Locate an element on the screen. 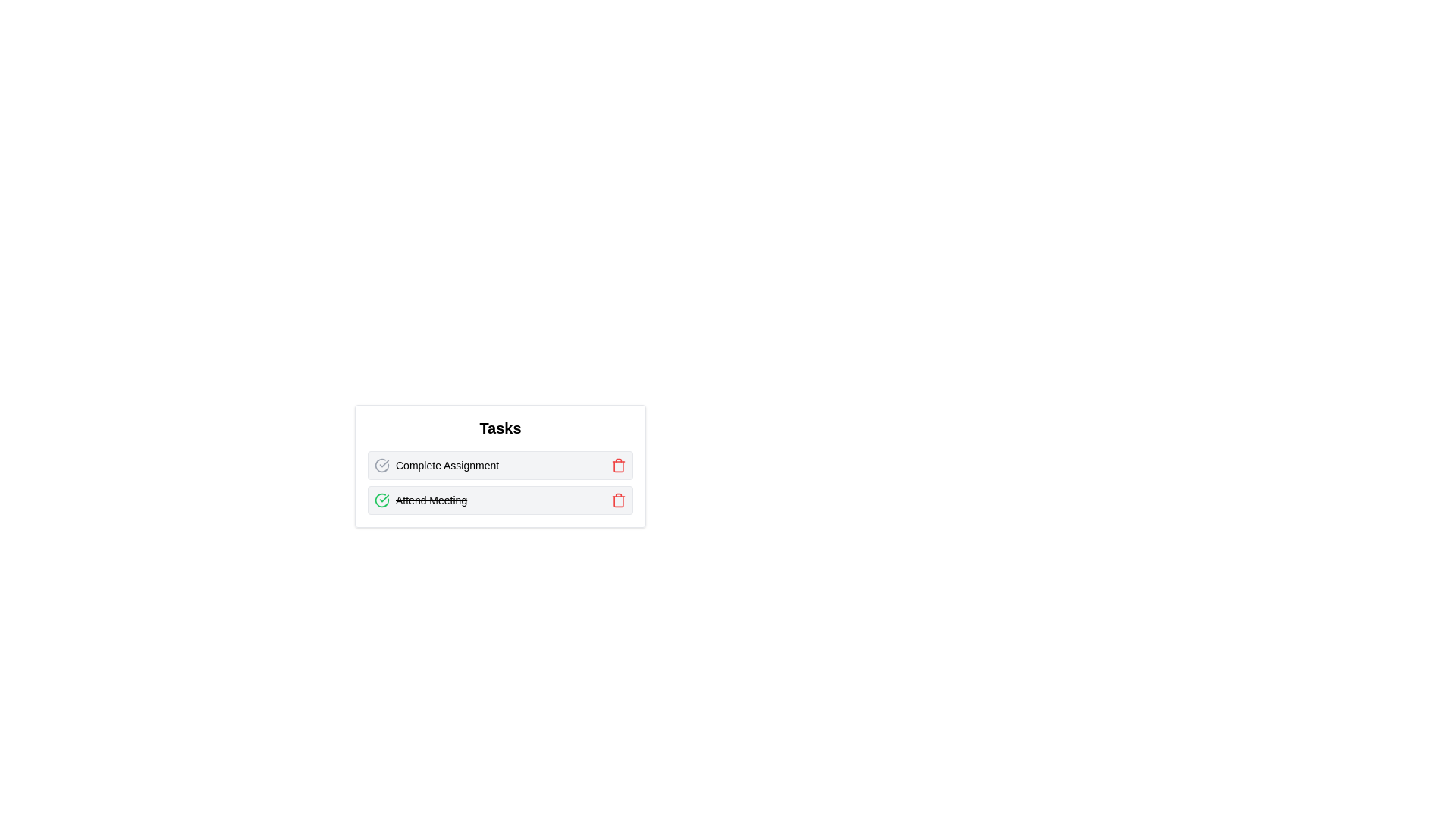  the status icon that indicates task completion, located to the far left of the 'Complete Assignment' item is located at coordinates (382, 464).